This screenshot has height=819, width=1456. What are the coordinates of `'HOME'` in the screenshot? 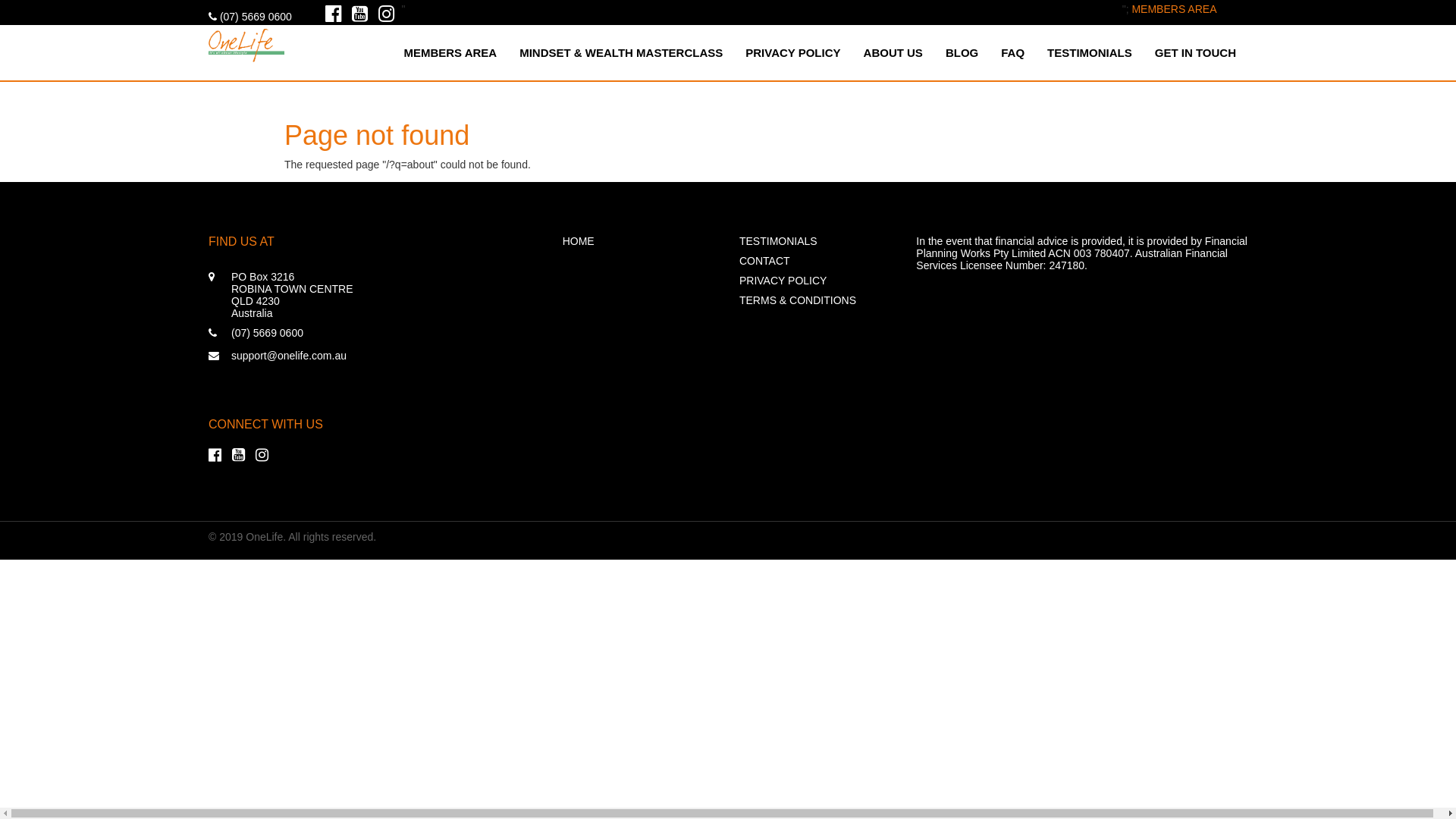 It's located at (639, 240).